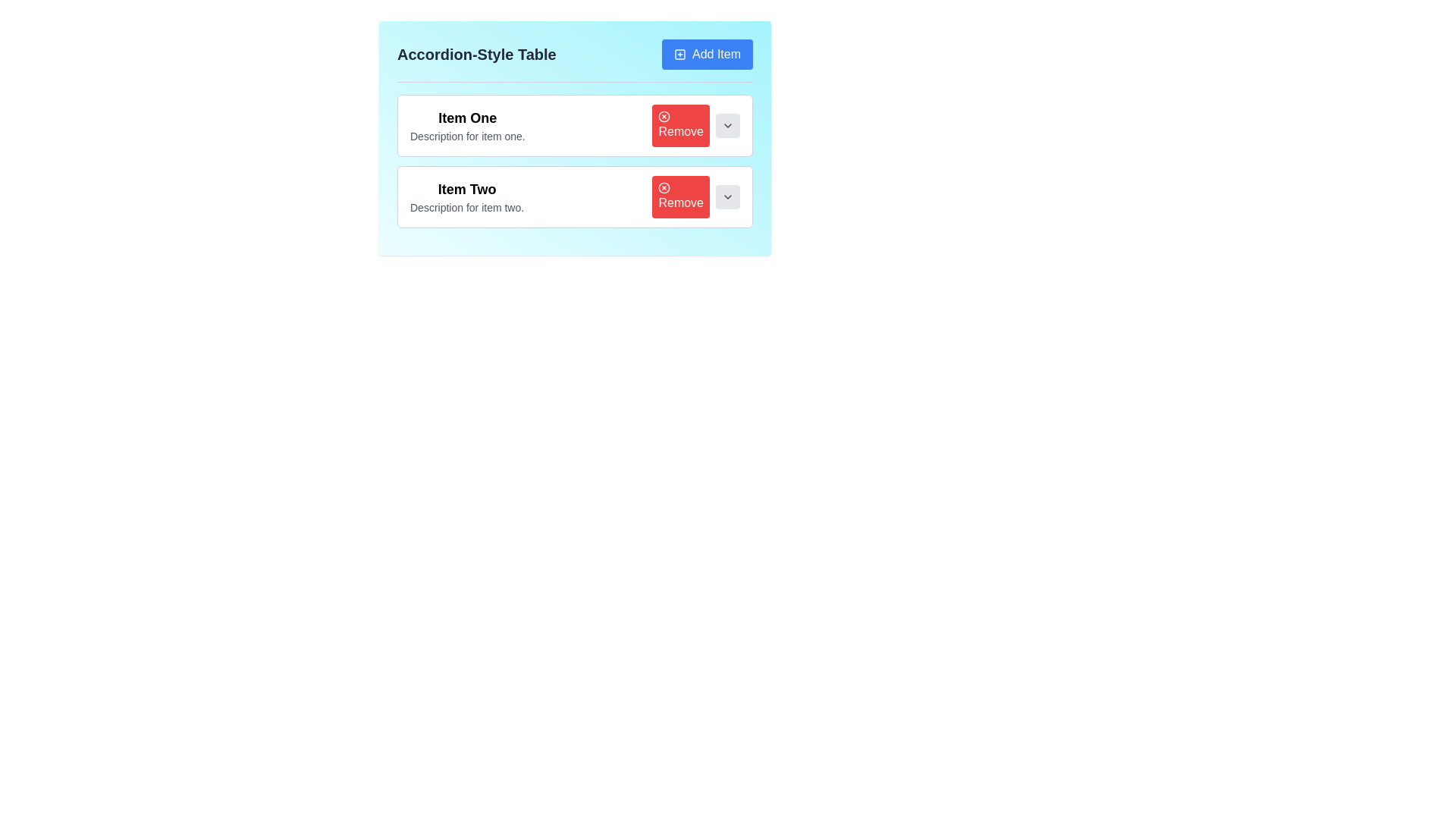  I want to click on the blue square icon with a plus sign located to the left of the 'Add Item' button in the upper-right section of the interface, so click(679, 54).